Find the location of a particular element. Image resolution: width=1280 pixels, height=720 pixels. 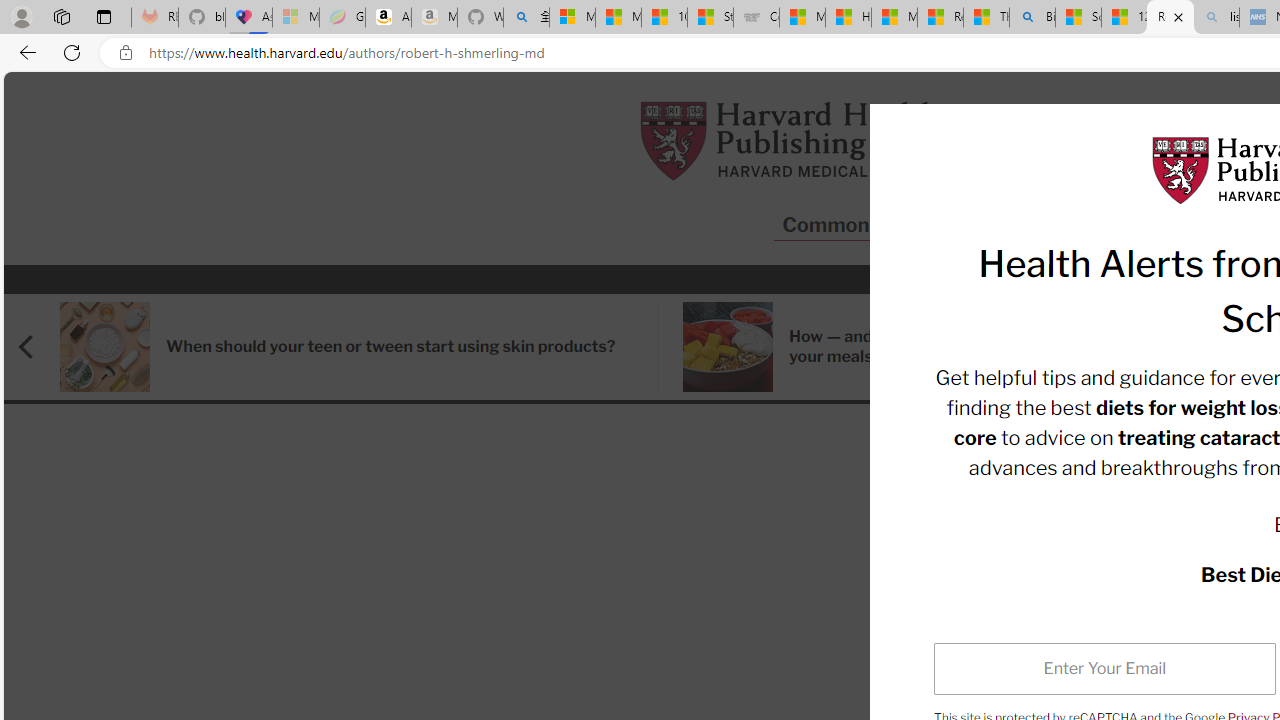

'Enter Your Email' is located at coordinates (1104, 668).